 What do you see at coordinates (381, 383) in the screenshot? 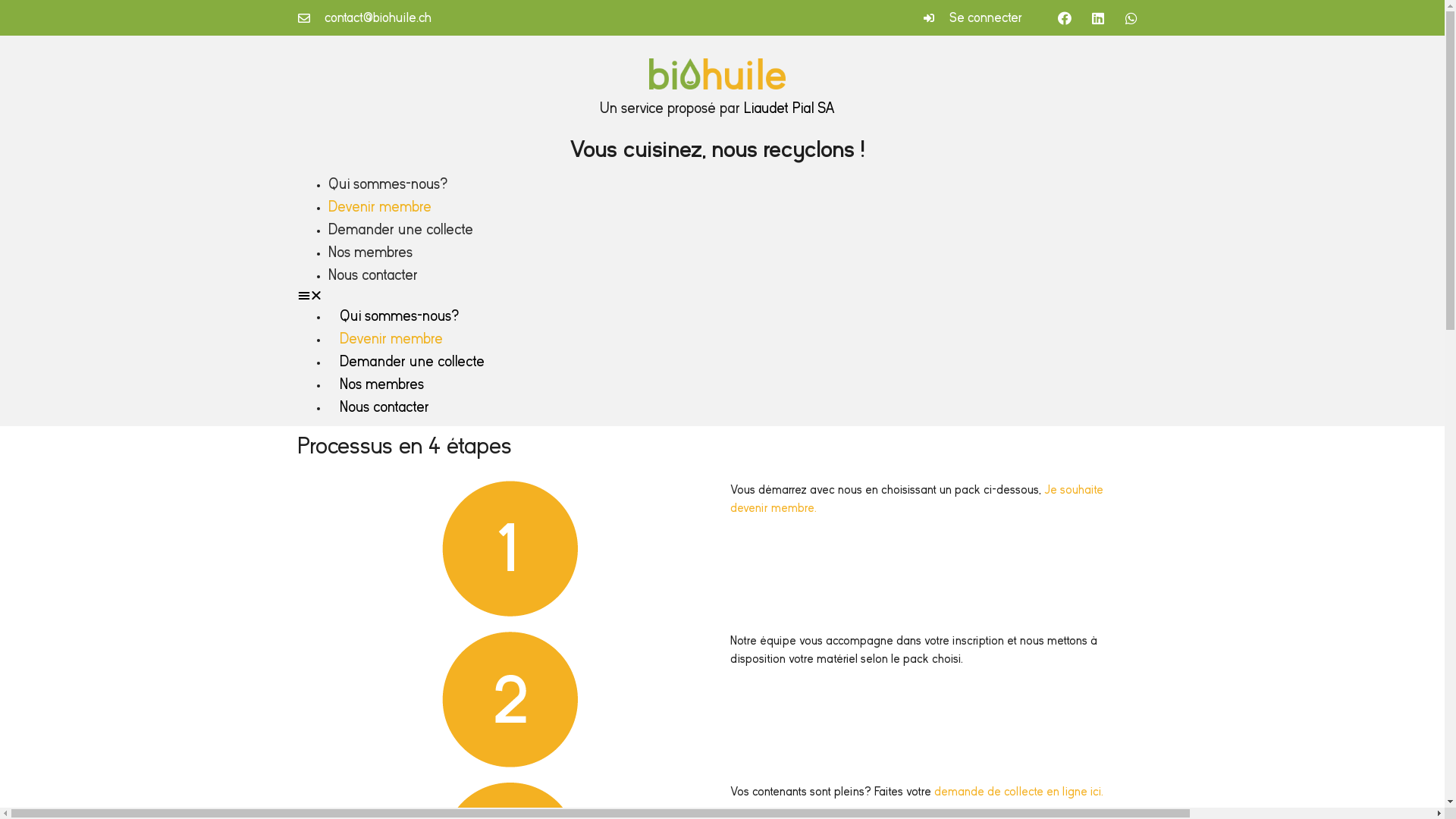
I see `'Nos membres'` at bounding box center [381, 383].